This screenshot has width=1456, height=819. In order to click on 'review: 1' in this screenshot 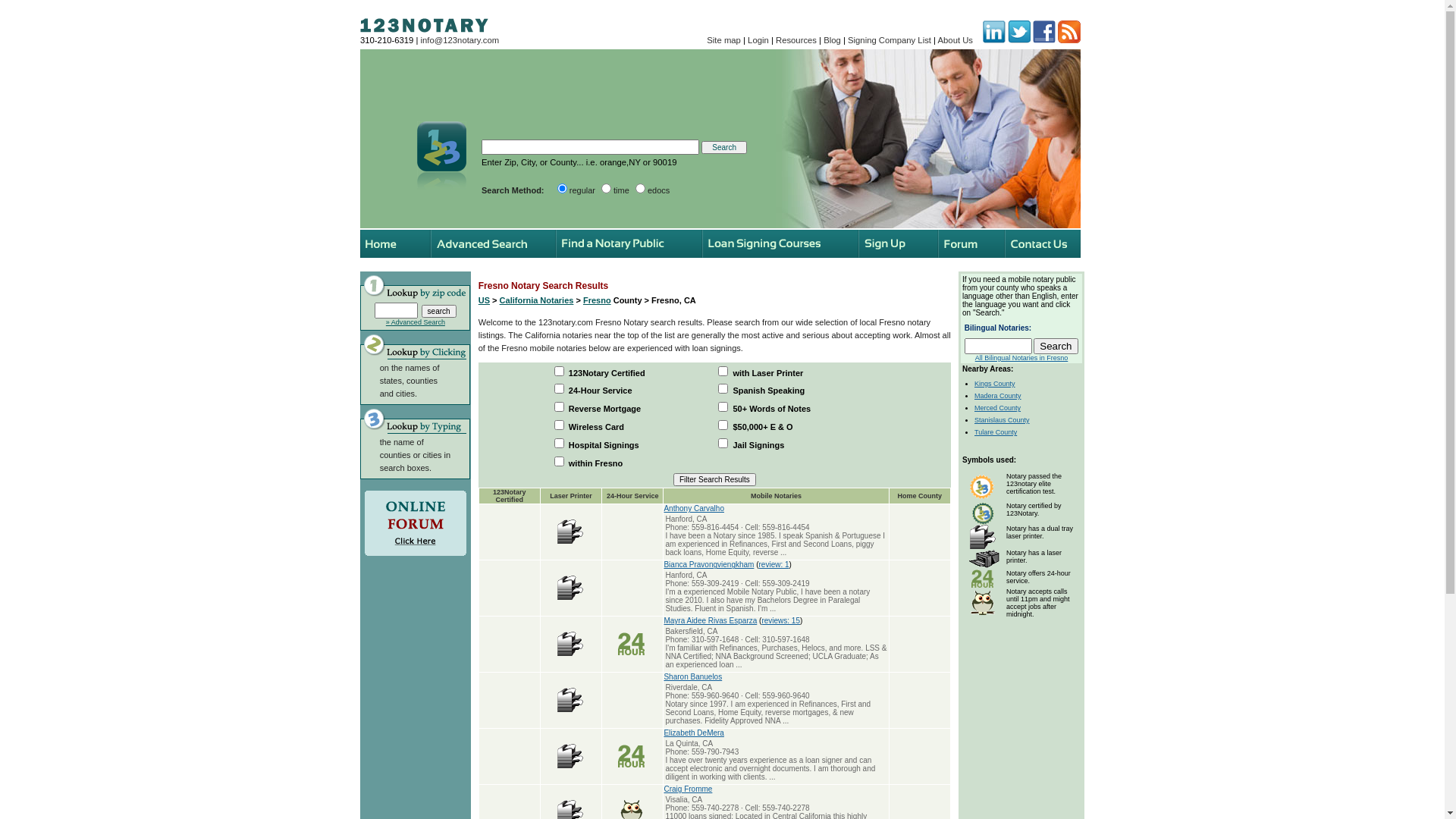, I will do `click(774, 564)`.